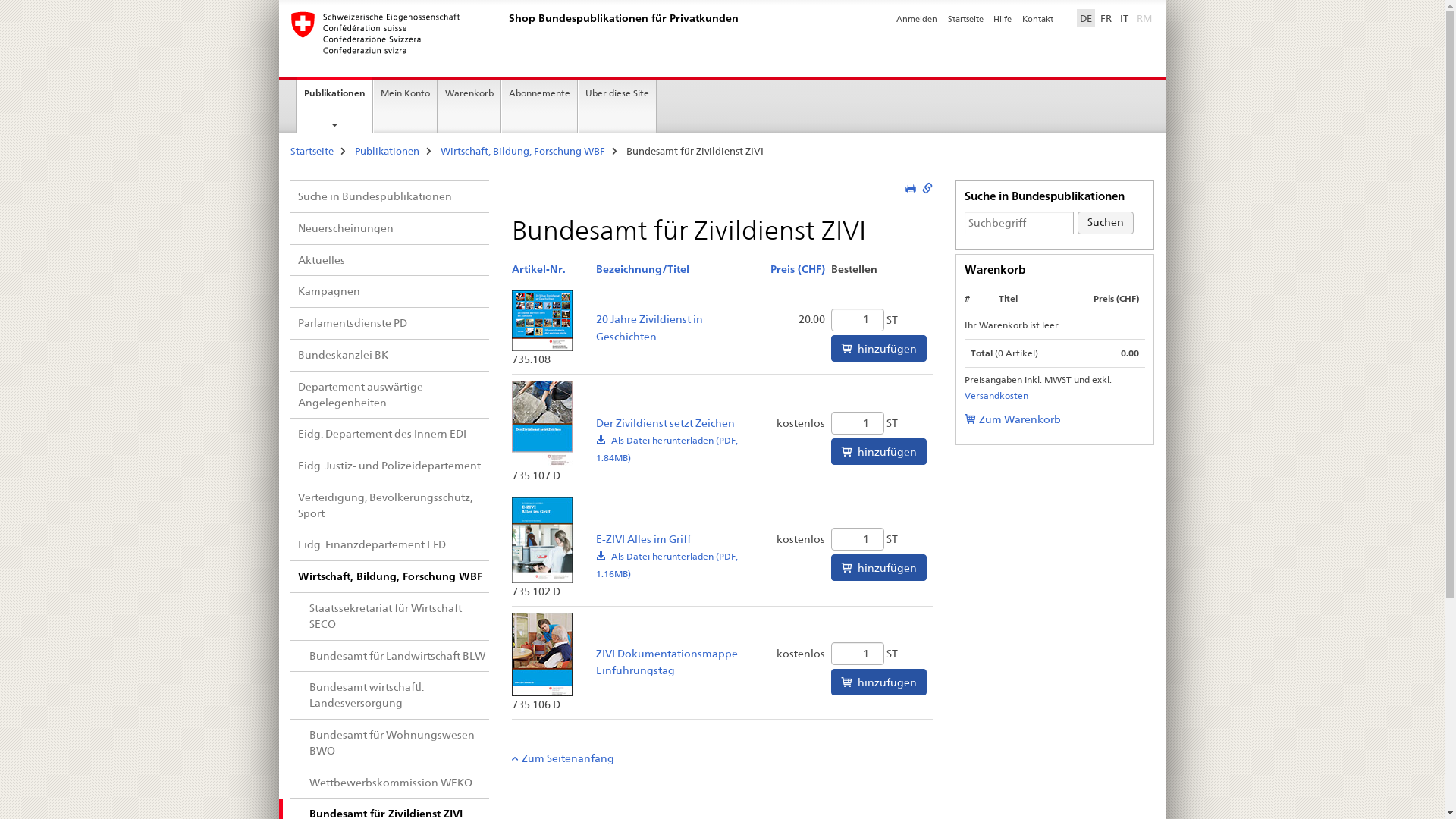 Image resolution: width=1456 pixels, height=819 pixels. Describe the element at coordinates (334, 104) in the screenshot. I see `'Publikationen'` at that location.